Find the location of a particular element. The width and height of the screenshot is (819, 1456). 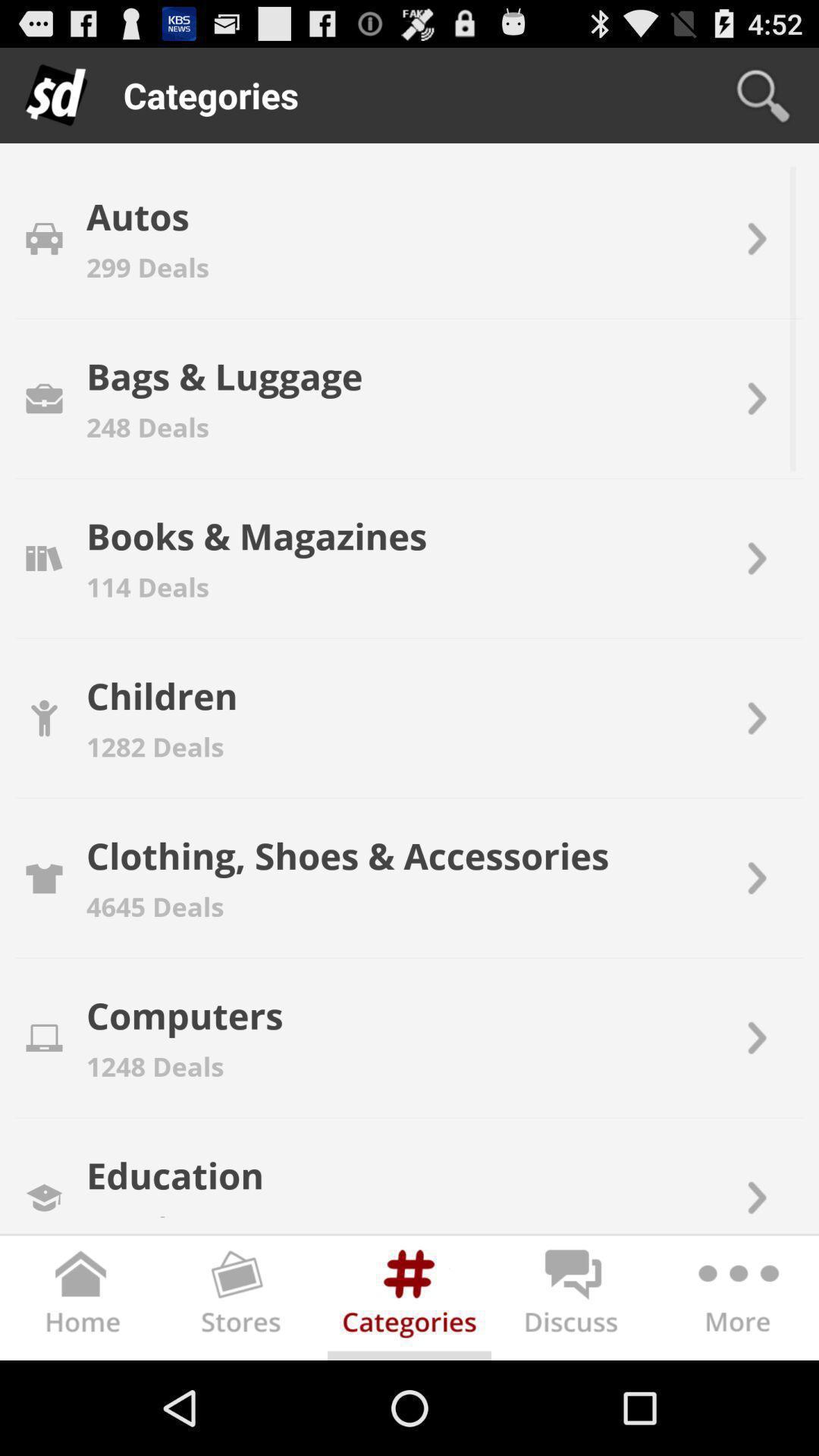

the more icon is located at coordinates (736, 1392).